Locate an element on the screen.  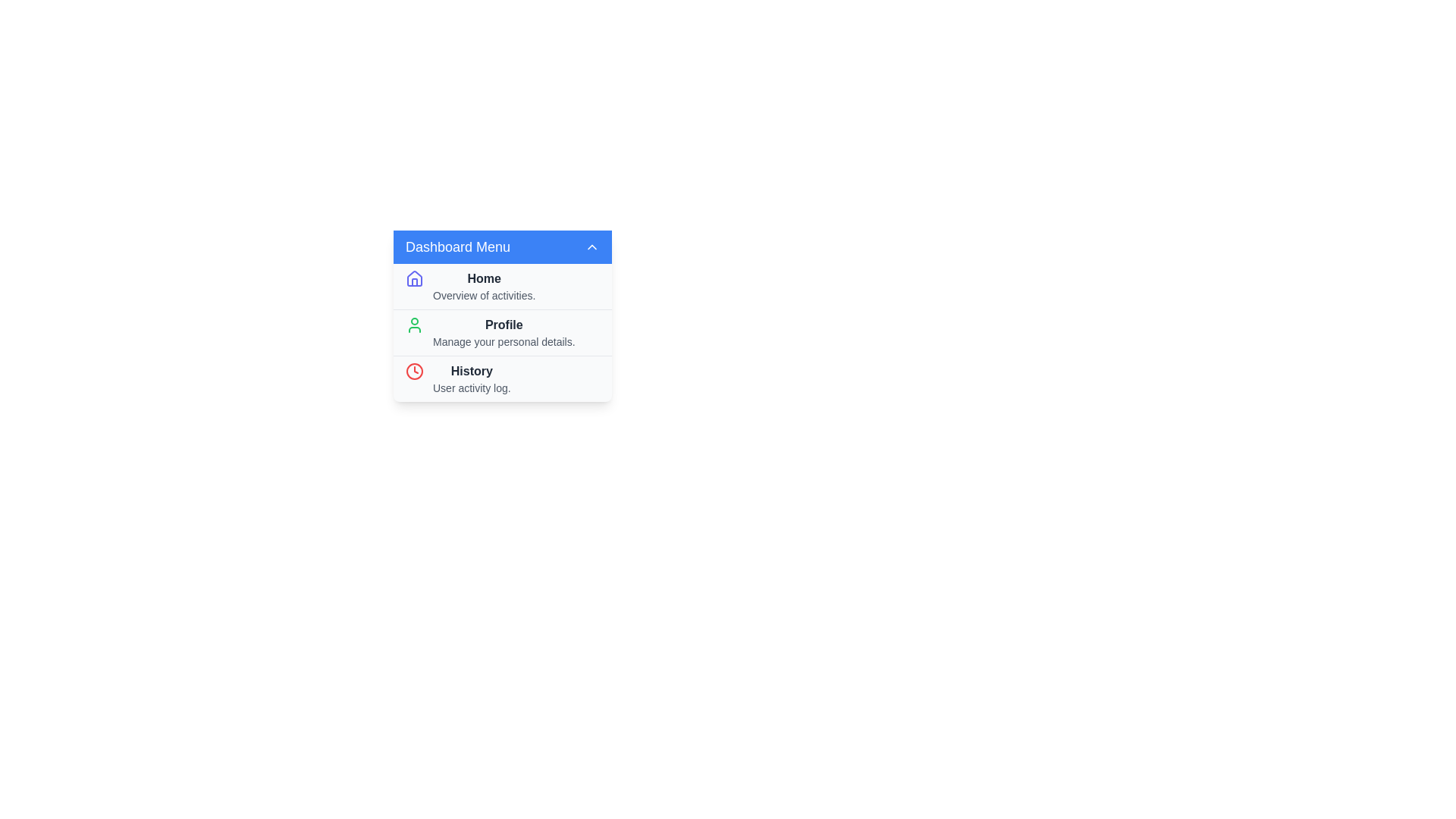
the 'History' text label, which is styled in bold dark gray and positioned last in a vertical menu list, below 'Profile' and above the description 'User activity log' is located at coordinates (471, 371).